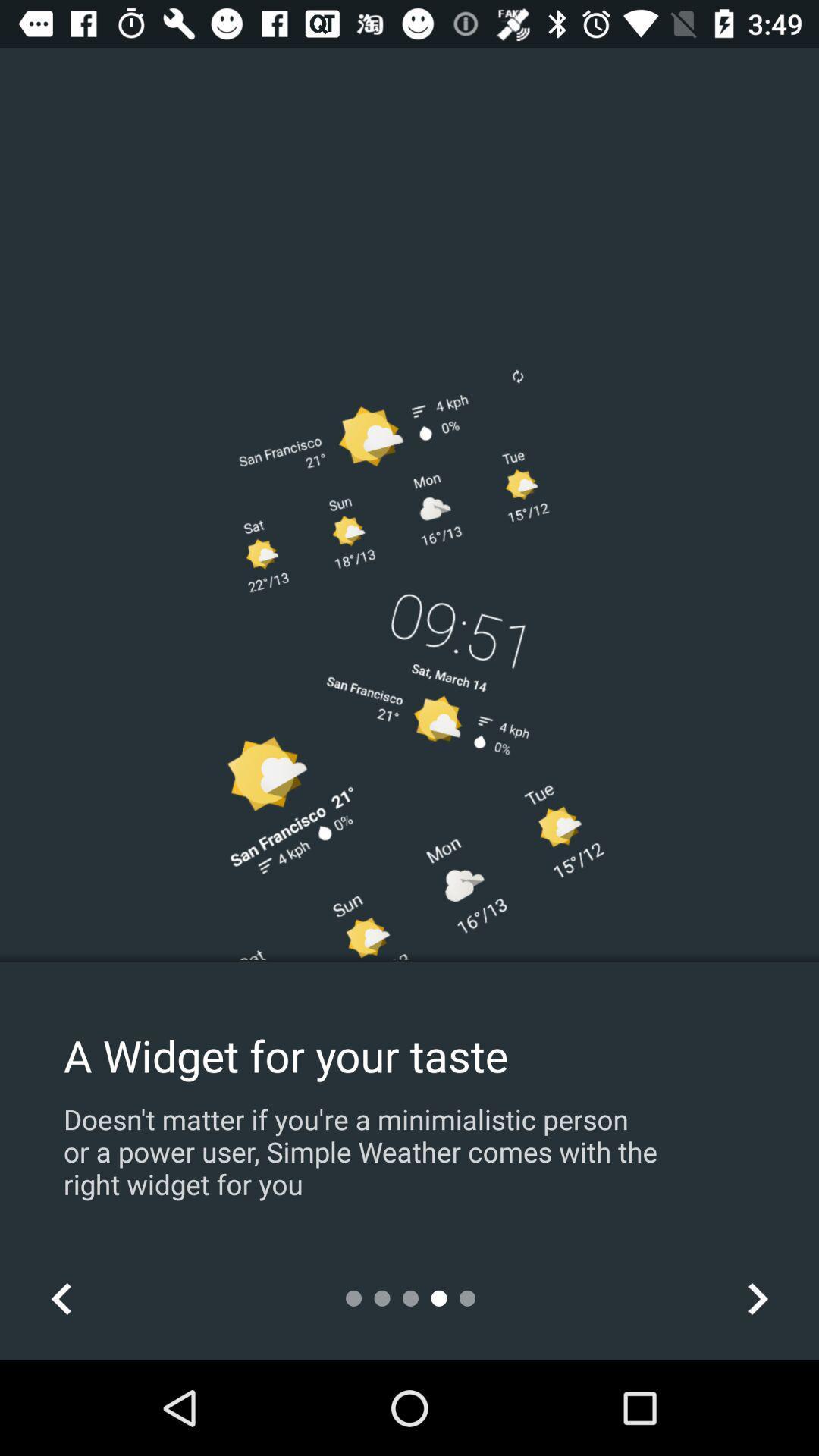  Describe the element at coordinates (757, 1298) in the screenshot. I see `icon at the bottom right corner` at that location.